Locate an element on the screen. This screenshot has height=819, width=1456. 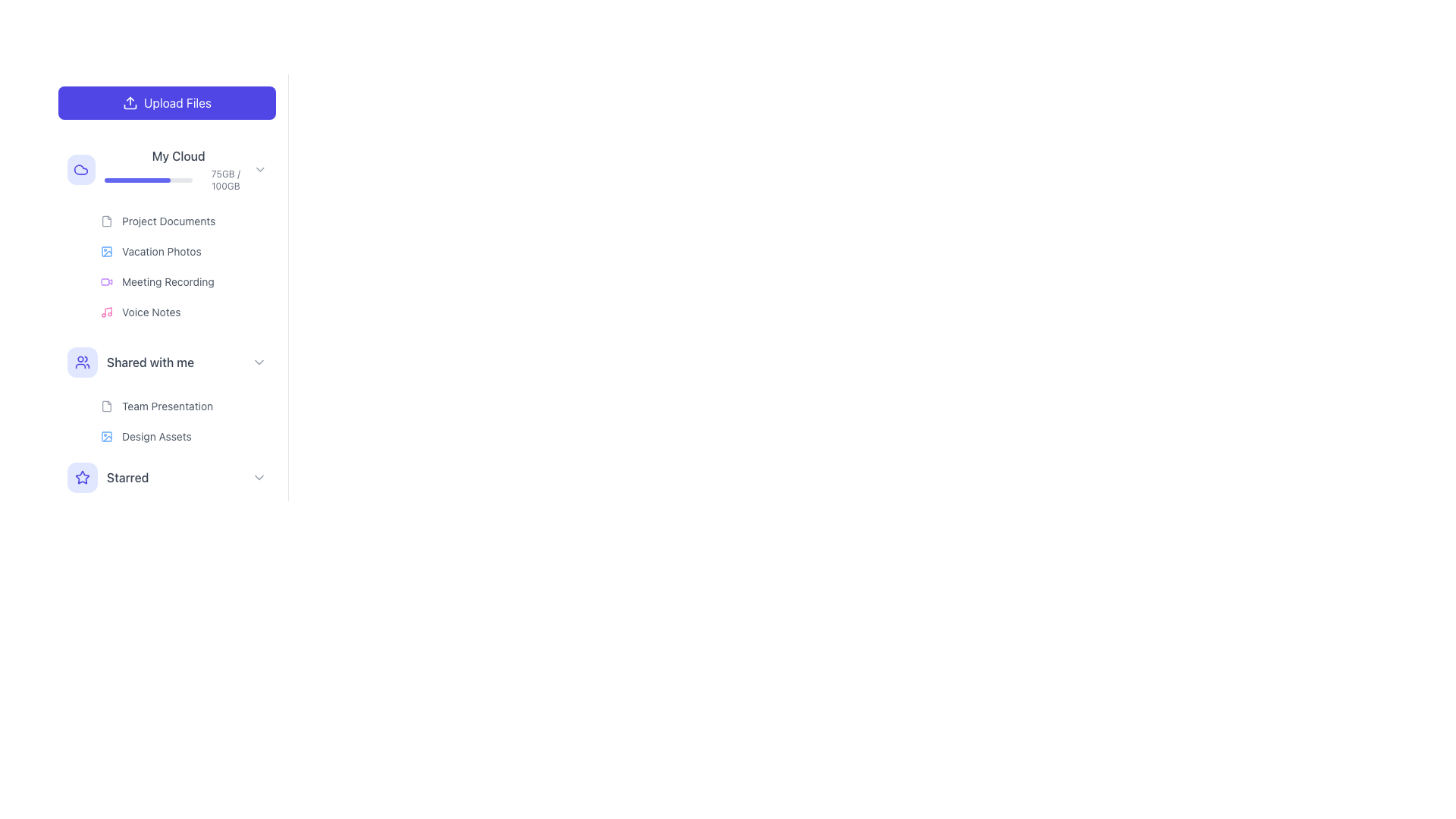
the Chevron or arrow icon at the right end of the 'My Cloud' row is located at coordinates (259, 169).